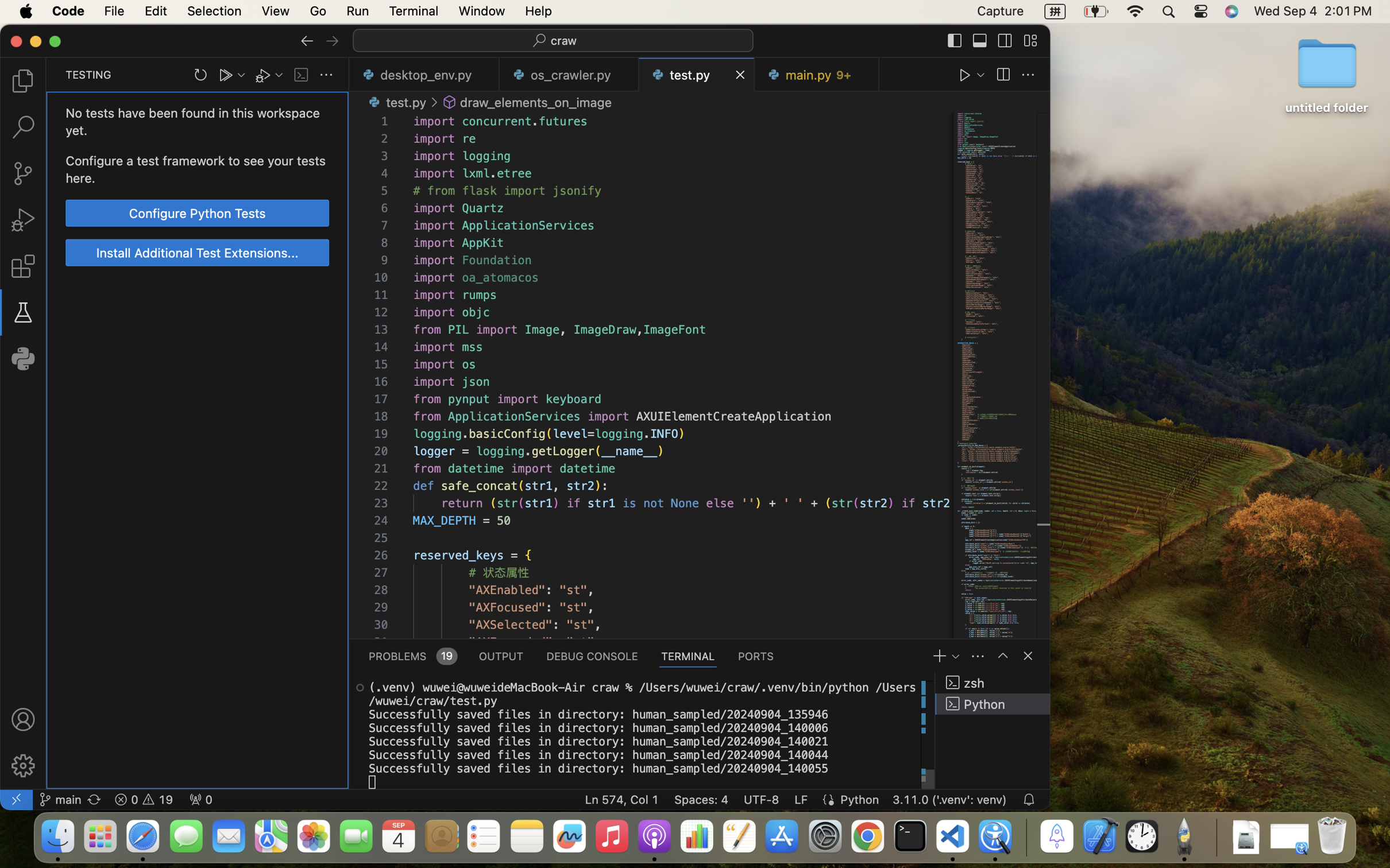  What do you see at coordinates (22, 173) in the screenshot?
I see `'0 '` at bounding box center [22, 173].